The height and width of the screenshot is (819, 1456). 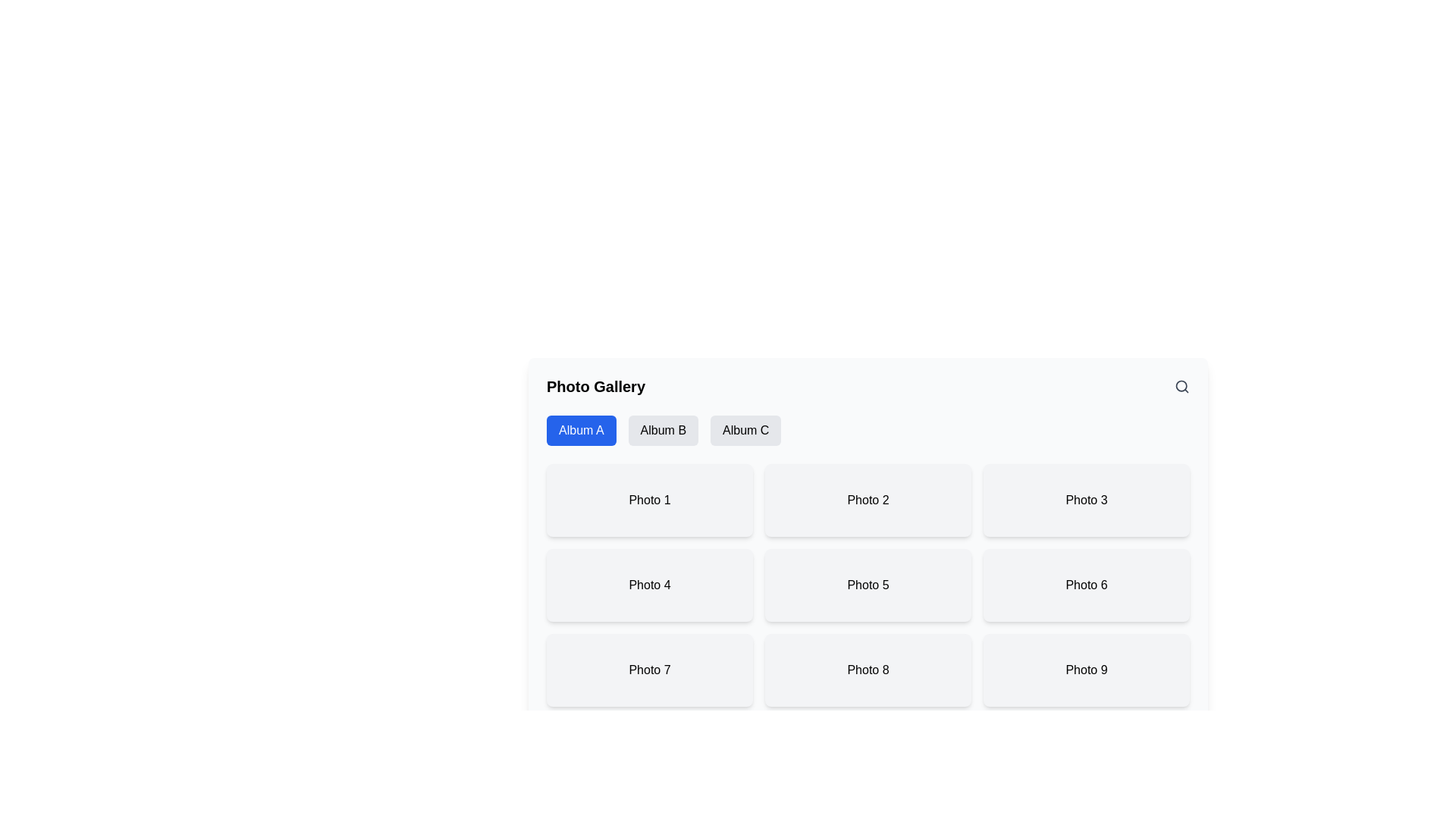 I want to click on the button labeled 'Album B' to change its background color from gray to lighter gray, so click(x=663, y=430).